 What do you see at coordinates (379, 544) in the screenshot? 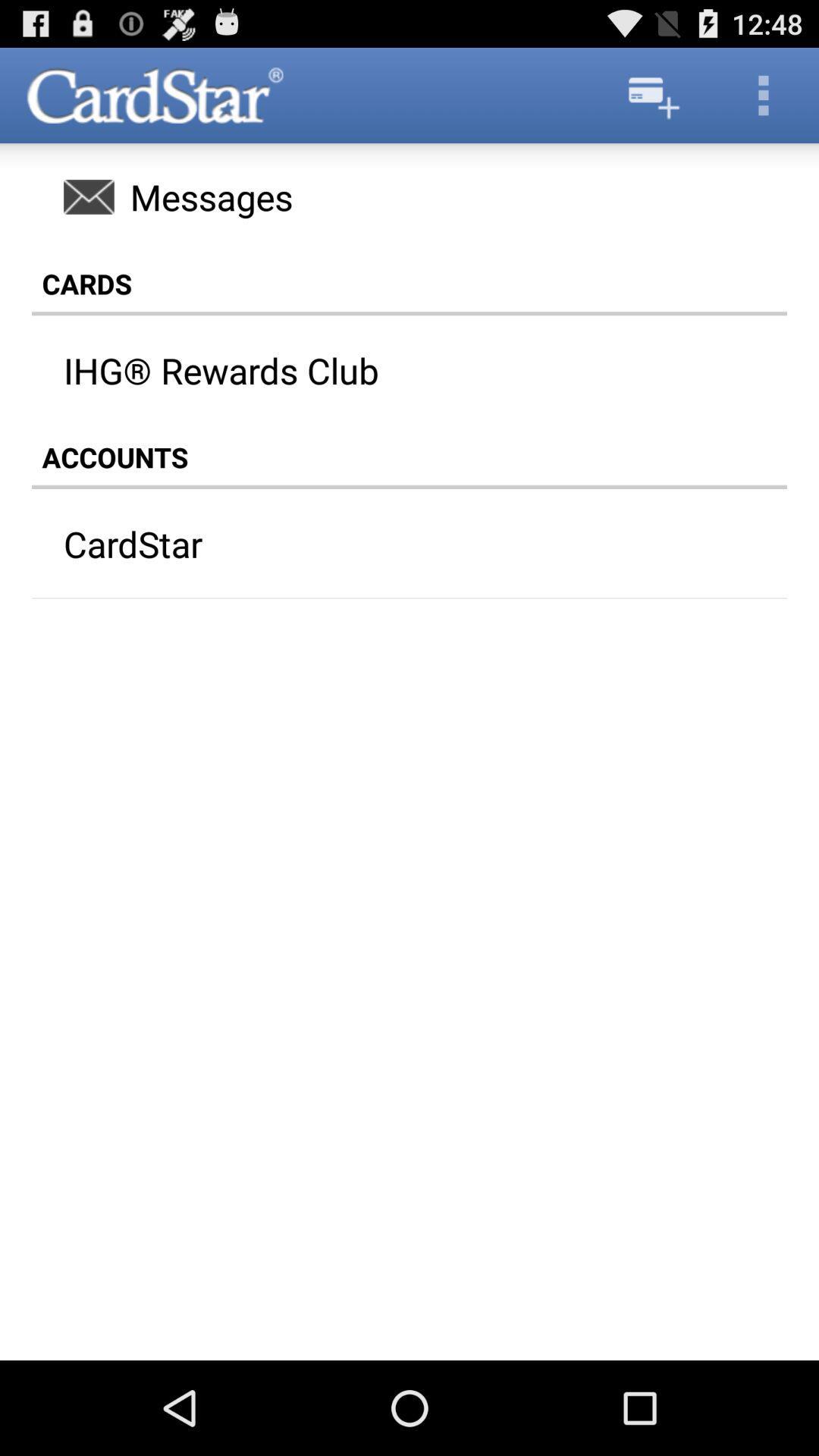
I see `item below the accounts` at bounding box center [379, 544].